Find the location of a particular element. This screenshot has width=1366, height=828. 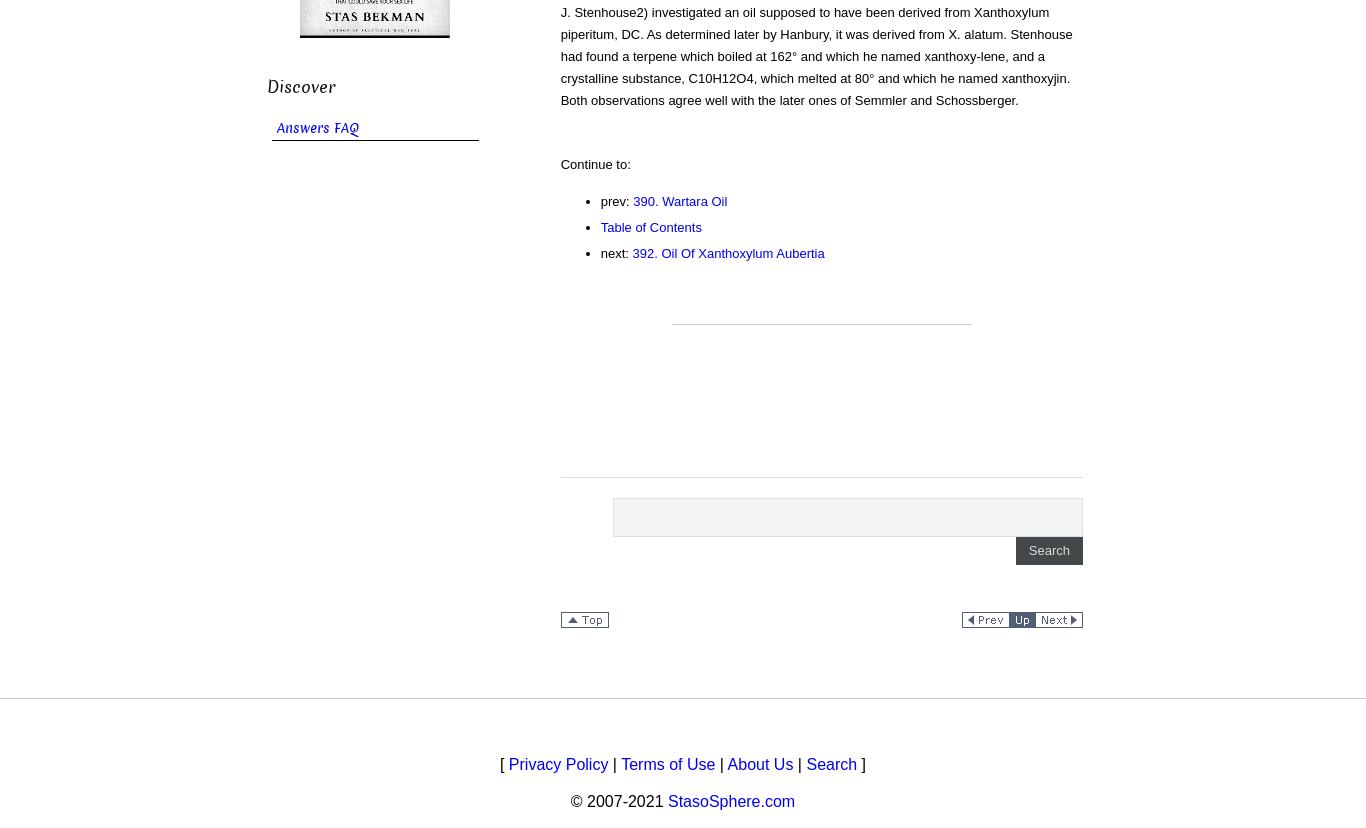

']' is located at coordinates (860, 763).